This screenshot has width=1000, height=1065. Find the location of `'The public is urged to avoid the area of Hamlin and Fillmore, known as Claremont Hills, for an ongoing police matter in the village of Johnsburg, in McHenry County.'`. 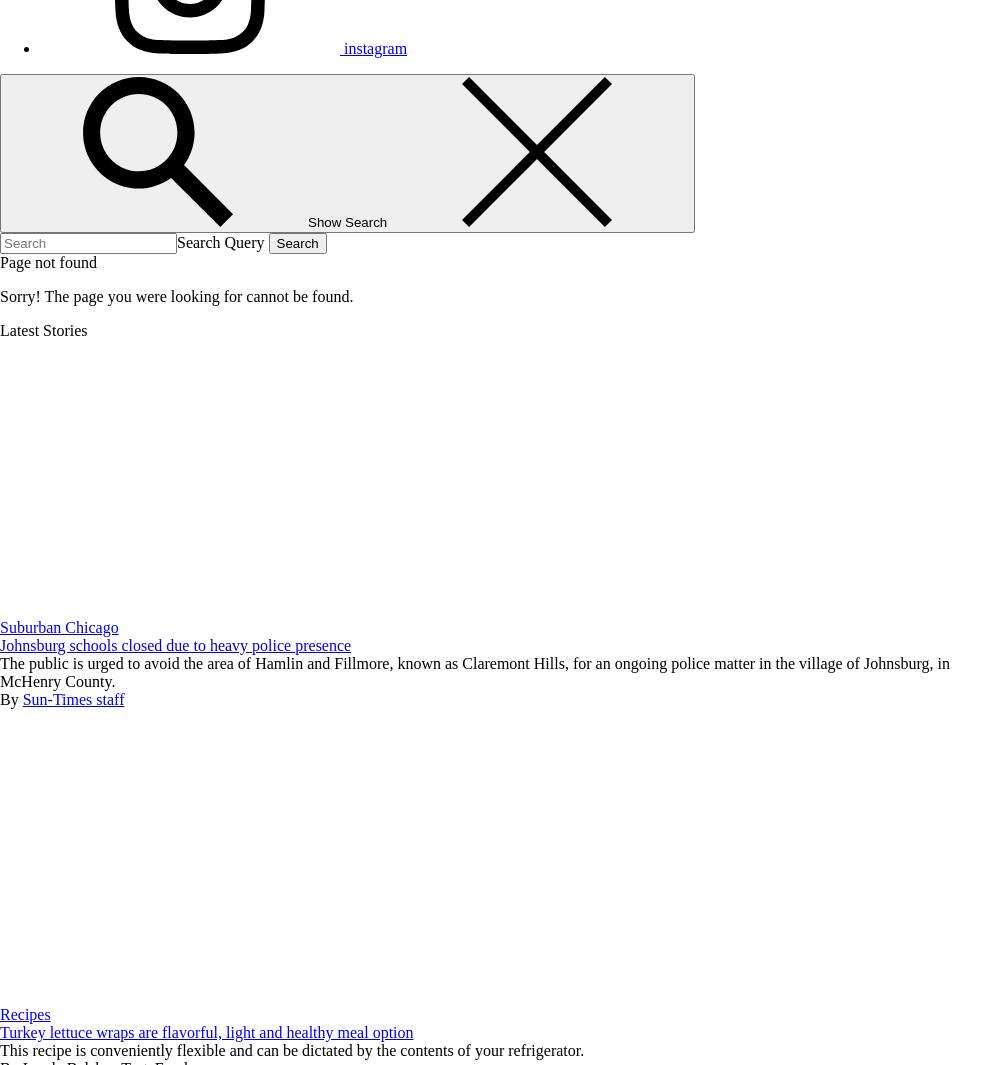

'The public is urged to avoid the area of Hamlin and Fillmore, known as Claremont Hills, for an ongoing police matter in the village of Johnsburg, in McHenry County.' is located at coordinates (473, 672).